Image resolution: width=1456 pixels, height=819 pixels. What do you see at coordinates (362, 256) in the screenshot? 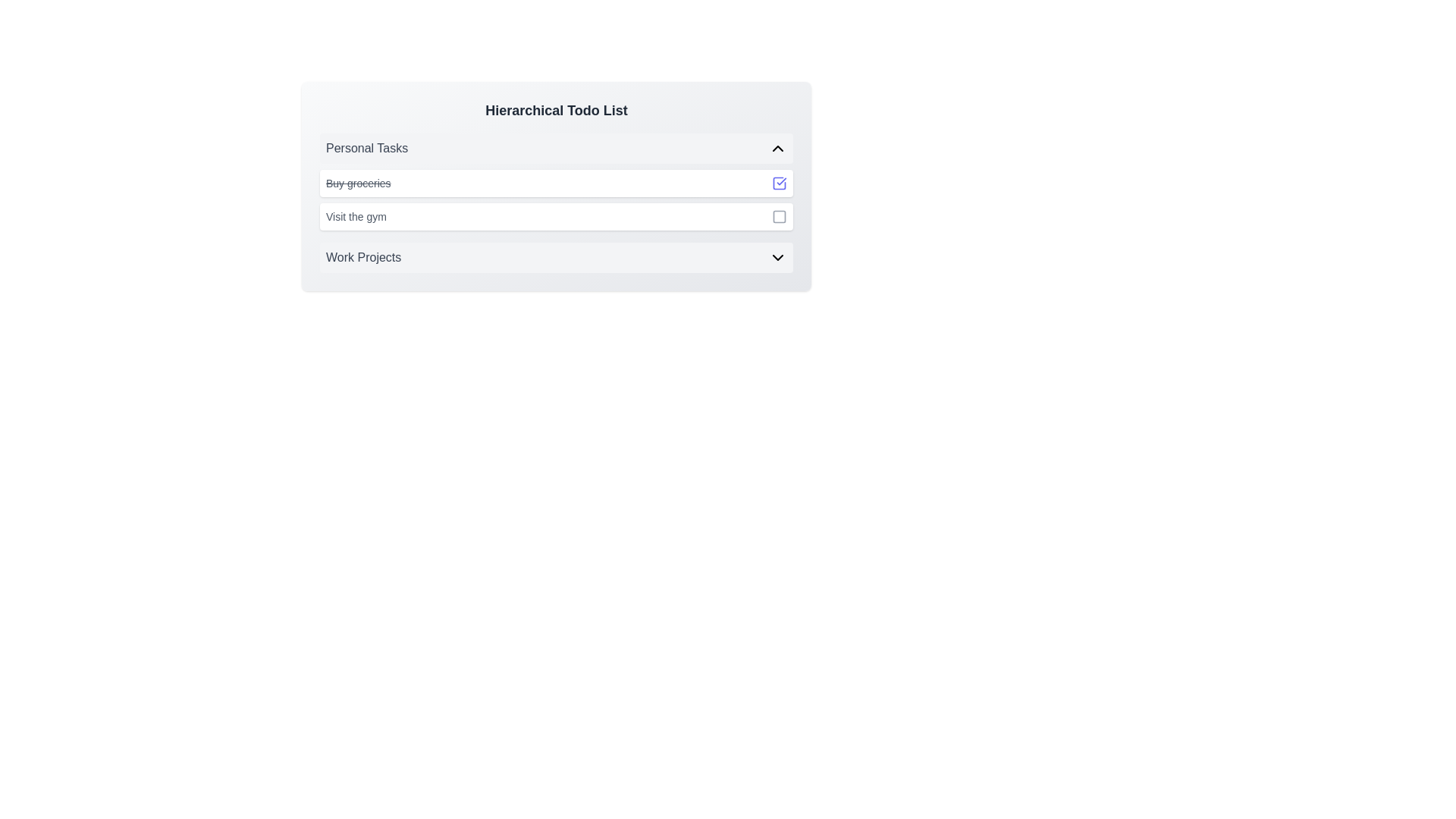
I see `the 'Work Projects' text label, which categorizes a group of tasks within the 'Hierarchical Todo List' section, located just below 'Personal Tasks'` at bounding box center [362, 256].